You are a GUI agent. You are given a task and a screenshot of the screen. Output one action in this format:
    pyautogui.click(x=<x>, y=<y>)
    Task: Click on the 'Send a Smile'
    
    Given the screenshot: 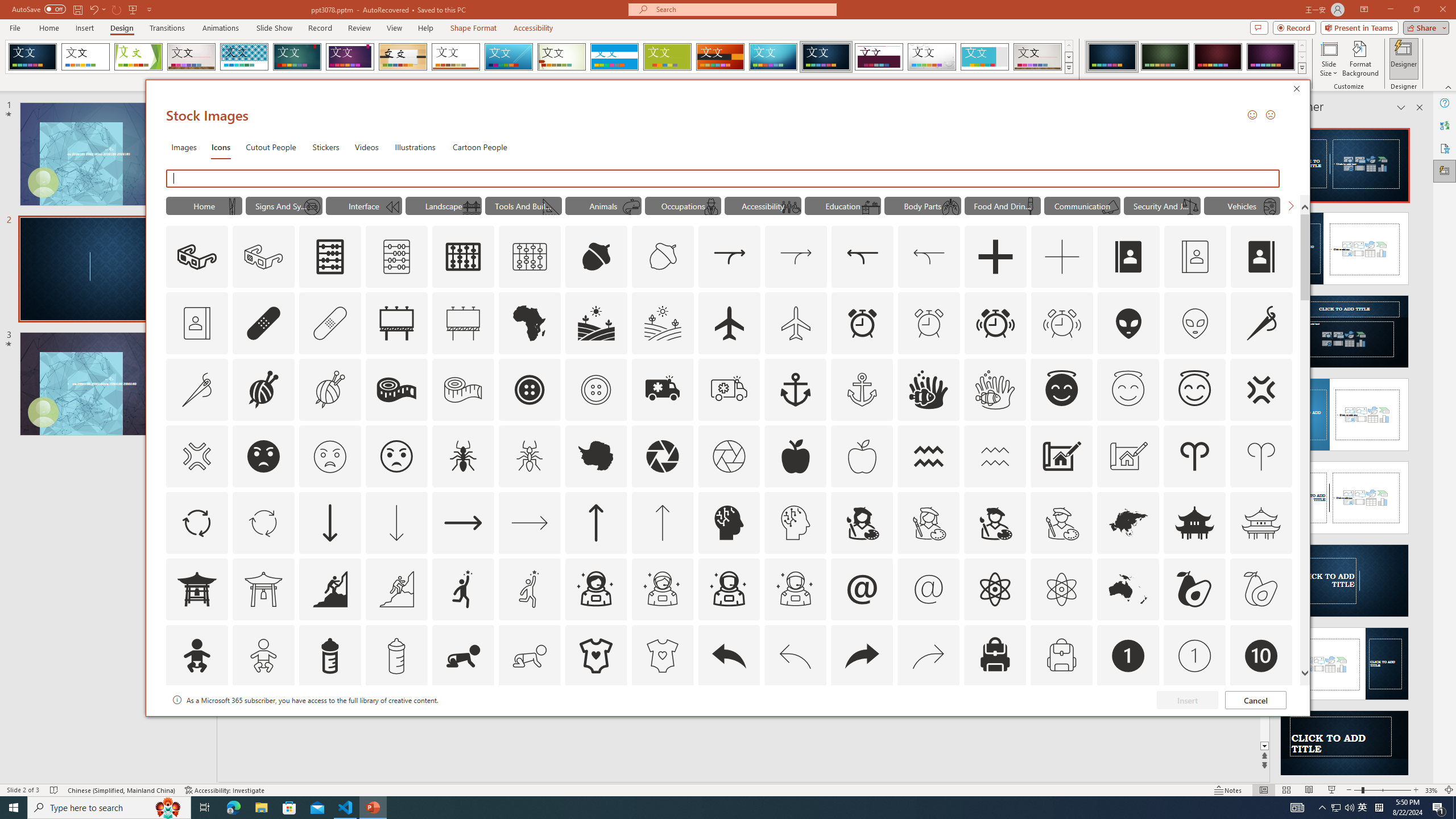 What is the action you would take?
    pyautogui.click(x=1252, y=114)
    